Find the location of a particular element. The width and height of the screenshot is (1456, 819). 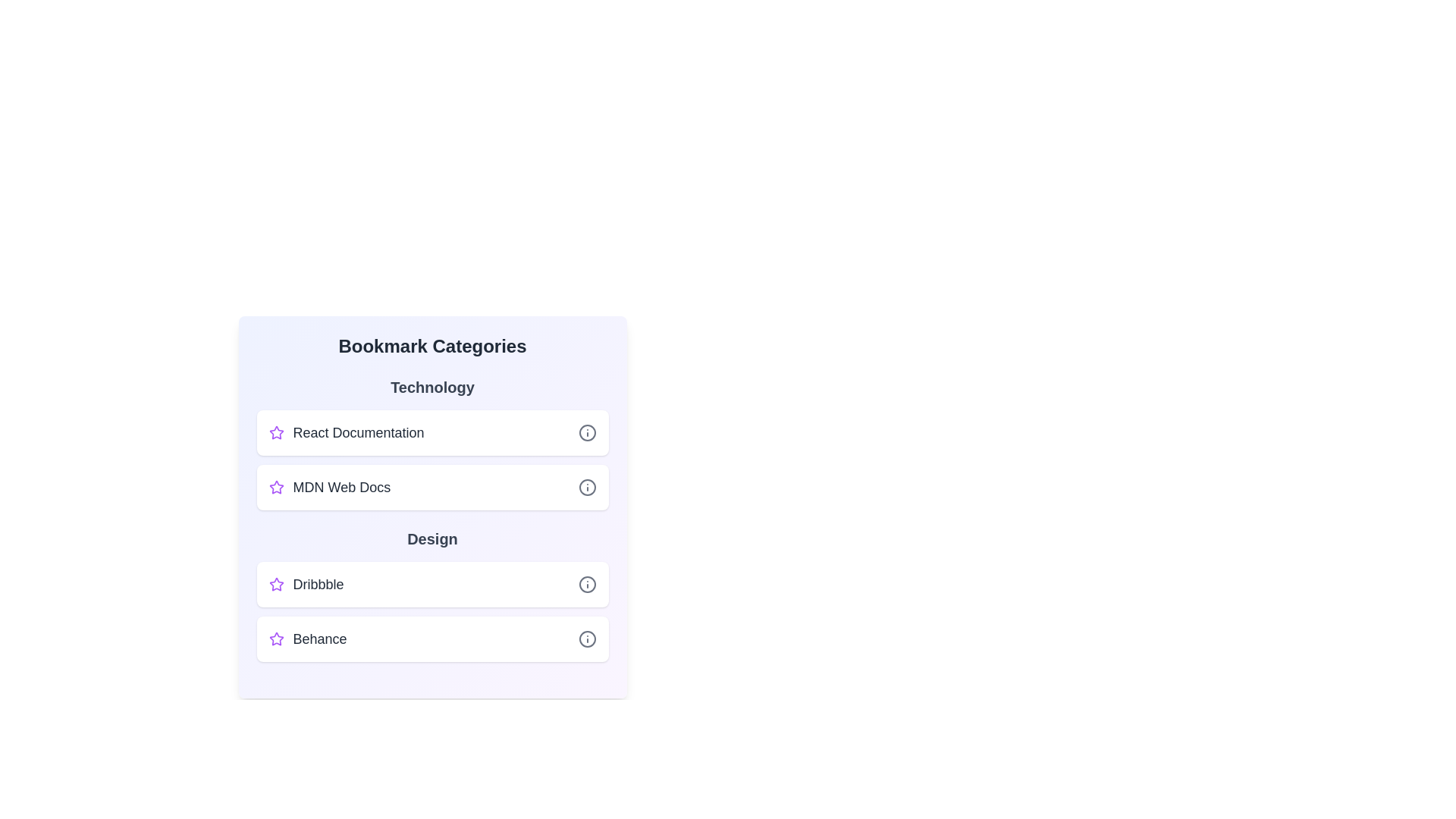

the bookmark titled React Documentation is located at coordinates (431, 432).